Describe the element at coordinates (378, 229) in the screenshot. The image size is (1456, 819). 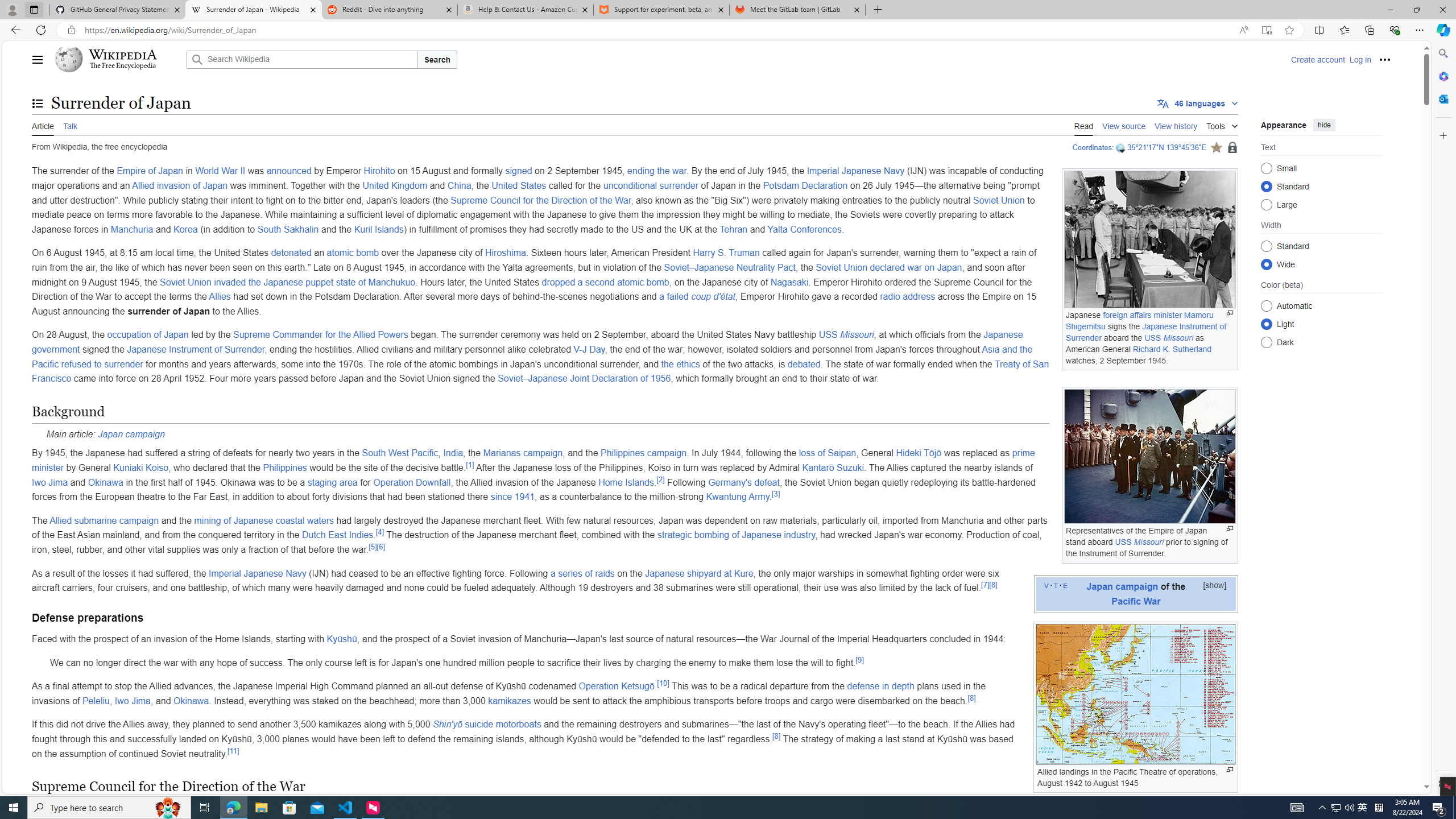
I see `'Kuril Islands'` at that location.